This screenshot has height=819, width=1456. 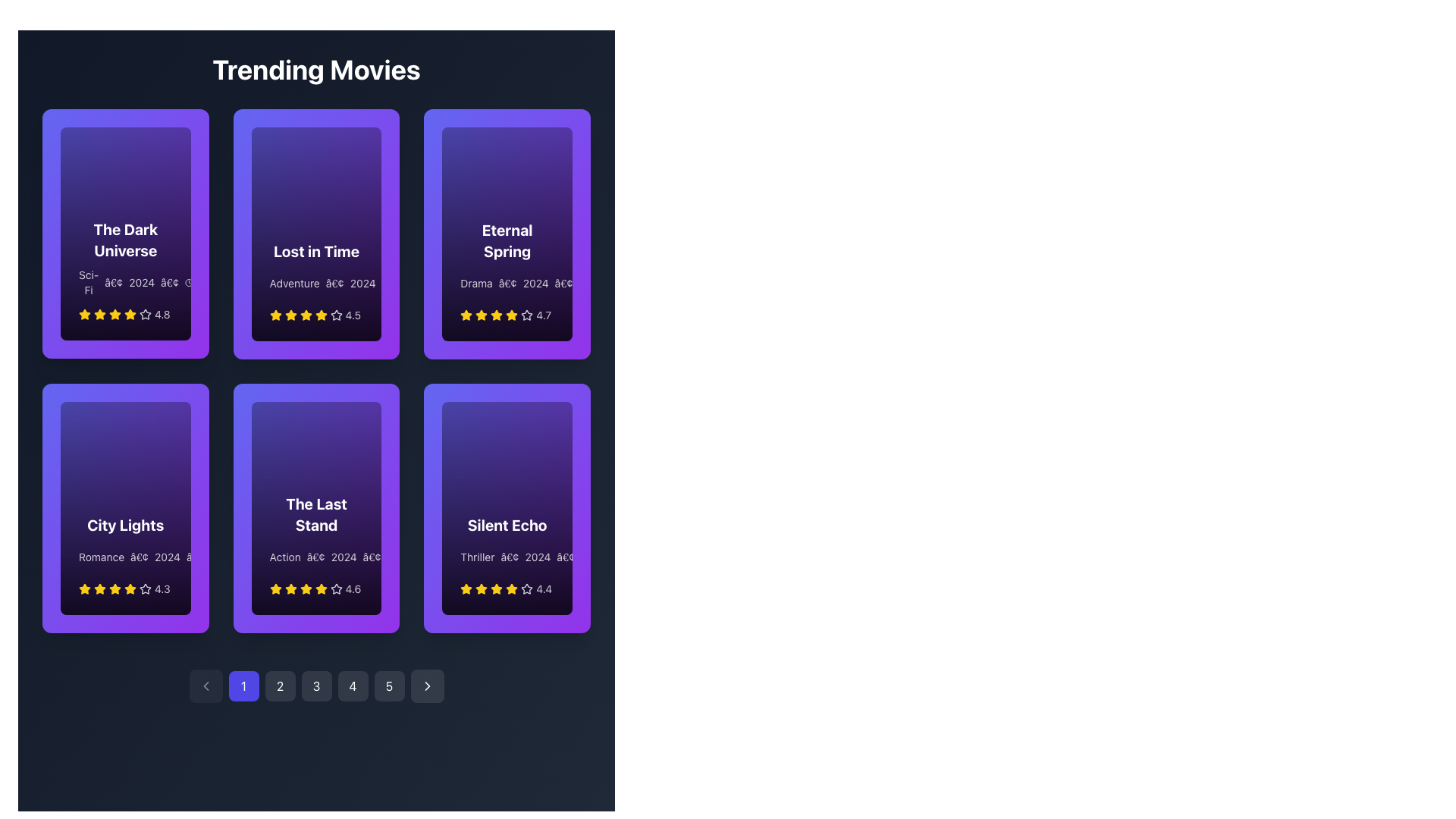 I want to click on the button labeled 'Lost in Time', so click(x=345, y=140).